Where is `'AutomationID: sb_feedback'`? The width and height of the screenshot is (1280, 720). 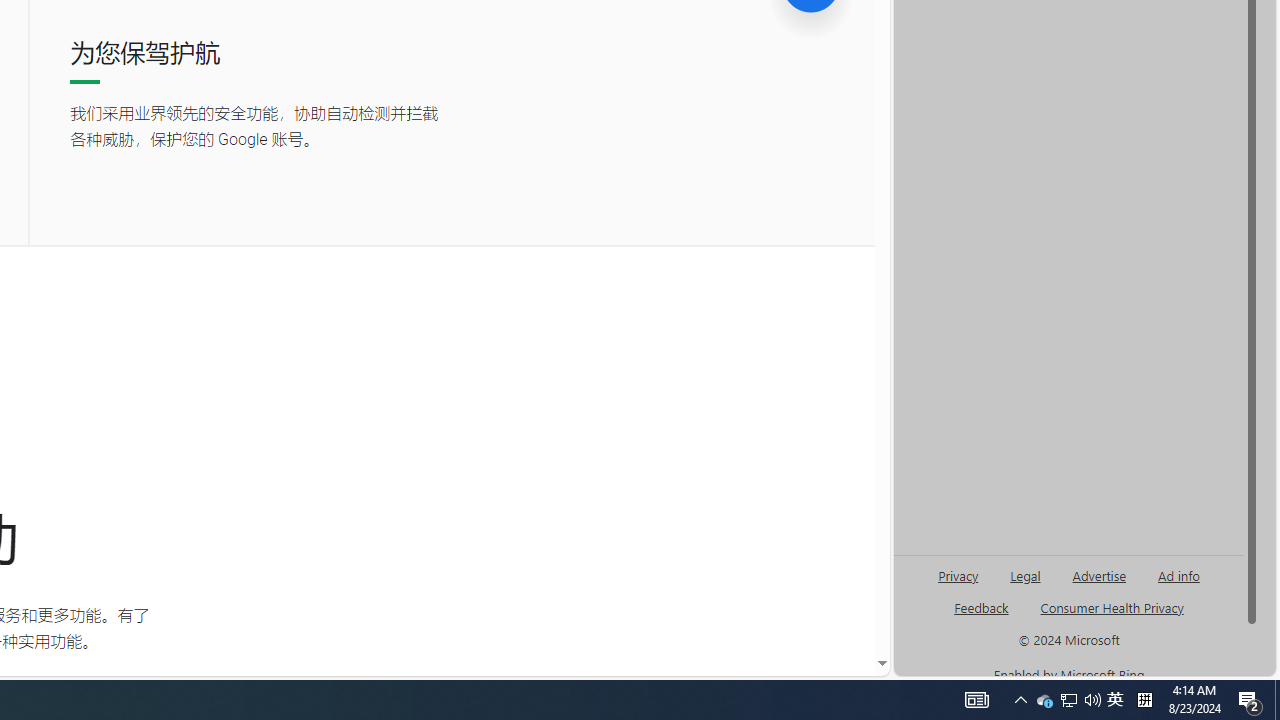 'AutomationID: sb_feedback' is located at coordinates (981, 606).